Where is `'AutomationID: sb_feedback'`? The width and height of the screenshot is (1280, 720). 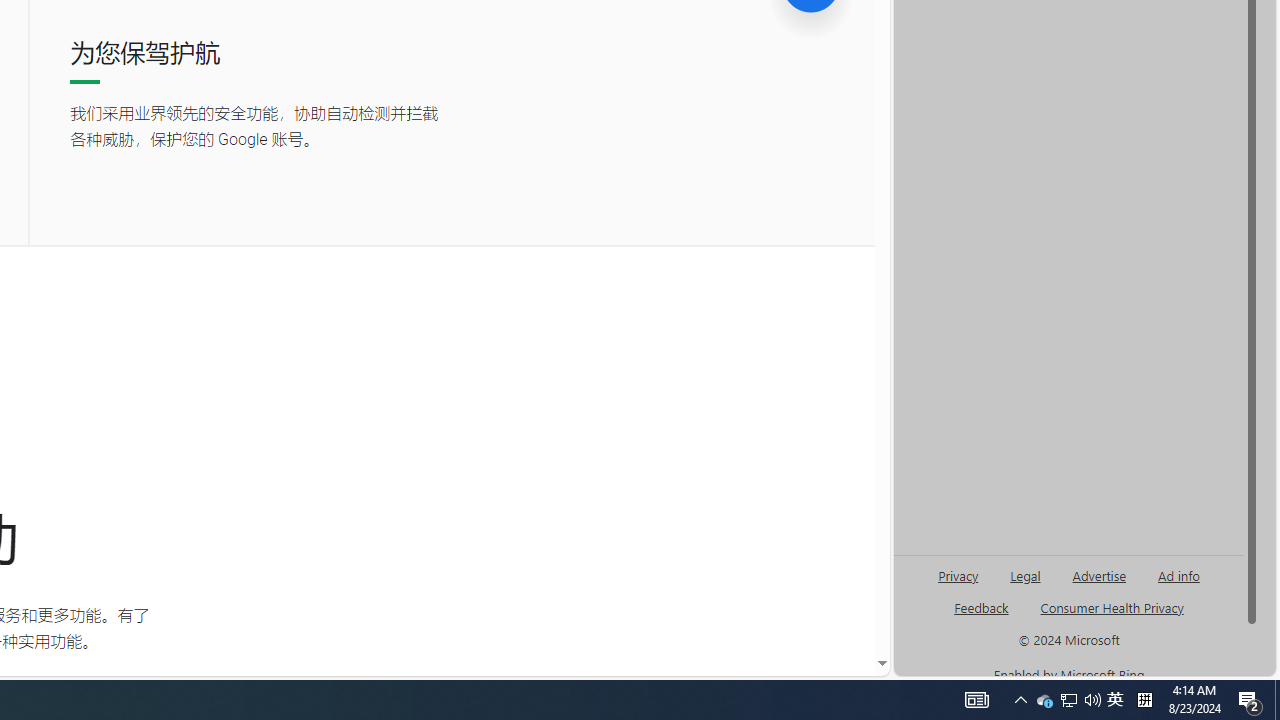 'AutomationID: sb_feedback' is located at coordinates (981, 606).